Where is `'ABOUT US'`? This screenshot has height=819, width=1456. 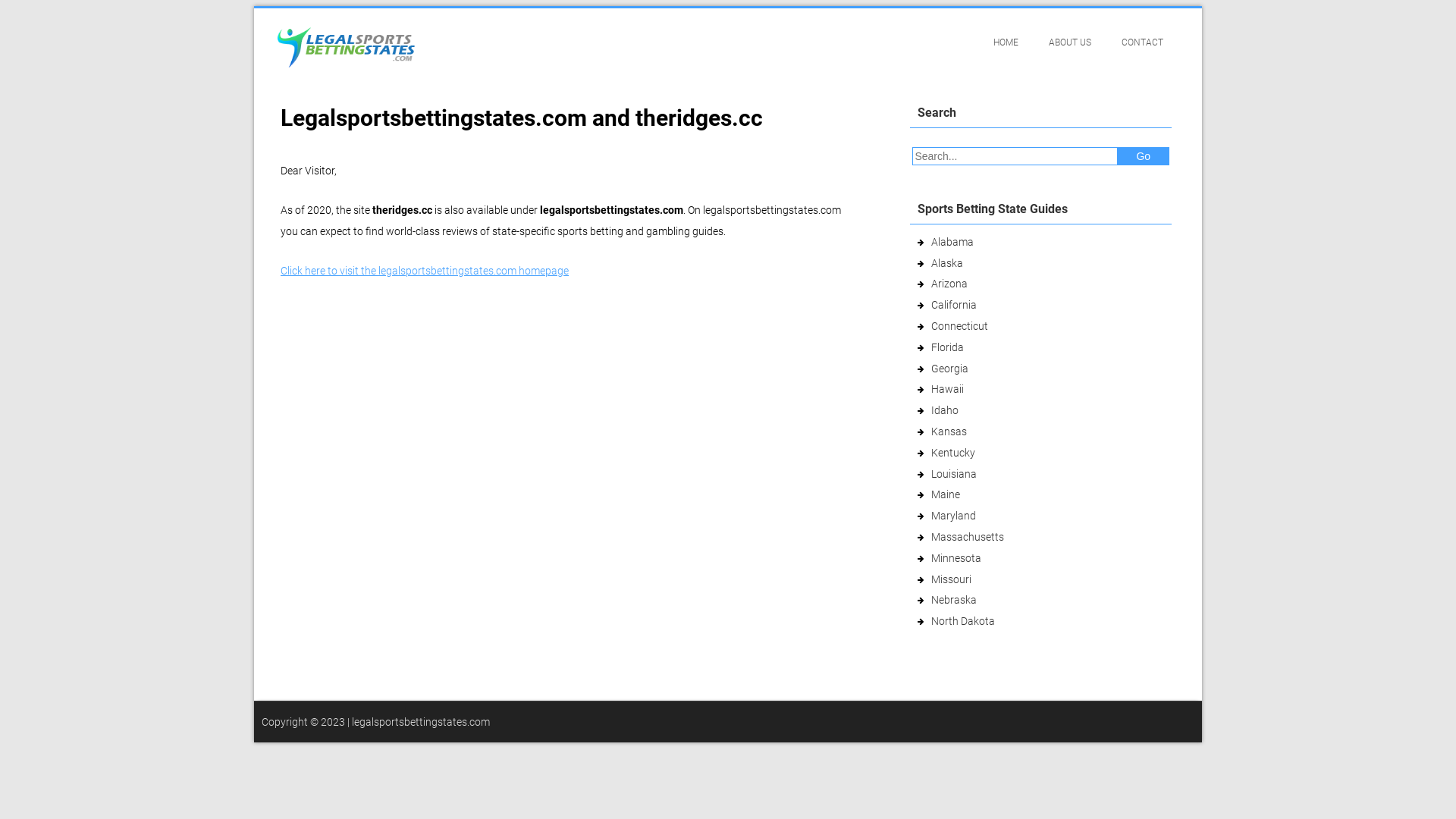 'ABOUT US' is located at coordinates (1069, 42).